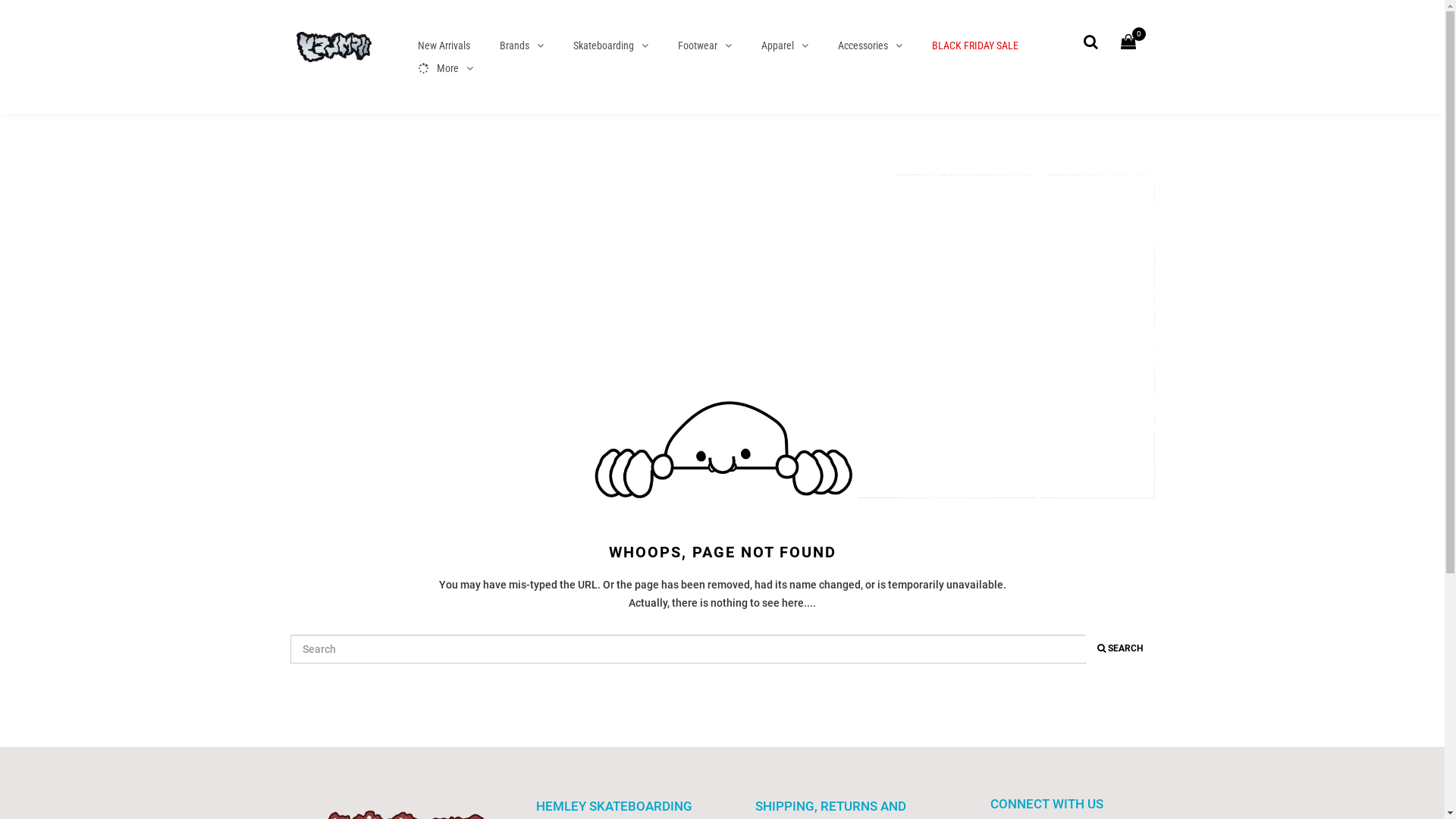 The height and width of the screenshot is (819, 1456). I want to click on '0', so click(1131, 40).